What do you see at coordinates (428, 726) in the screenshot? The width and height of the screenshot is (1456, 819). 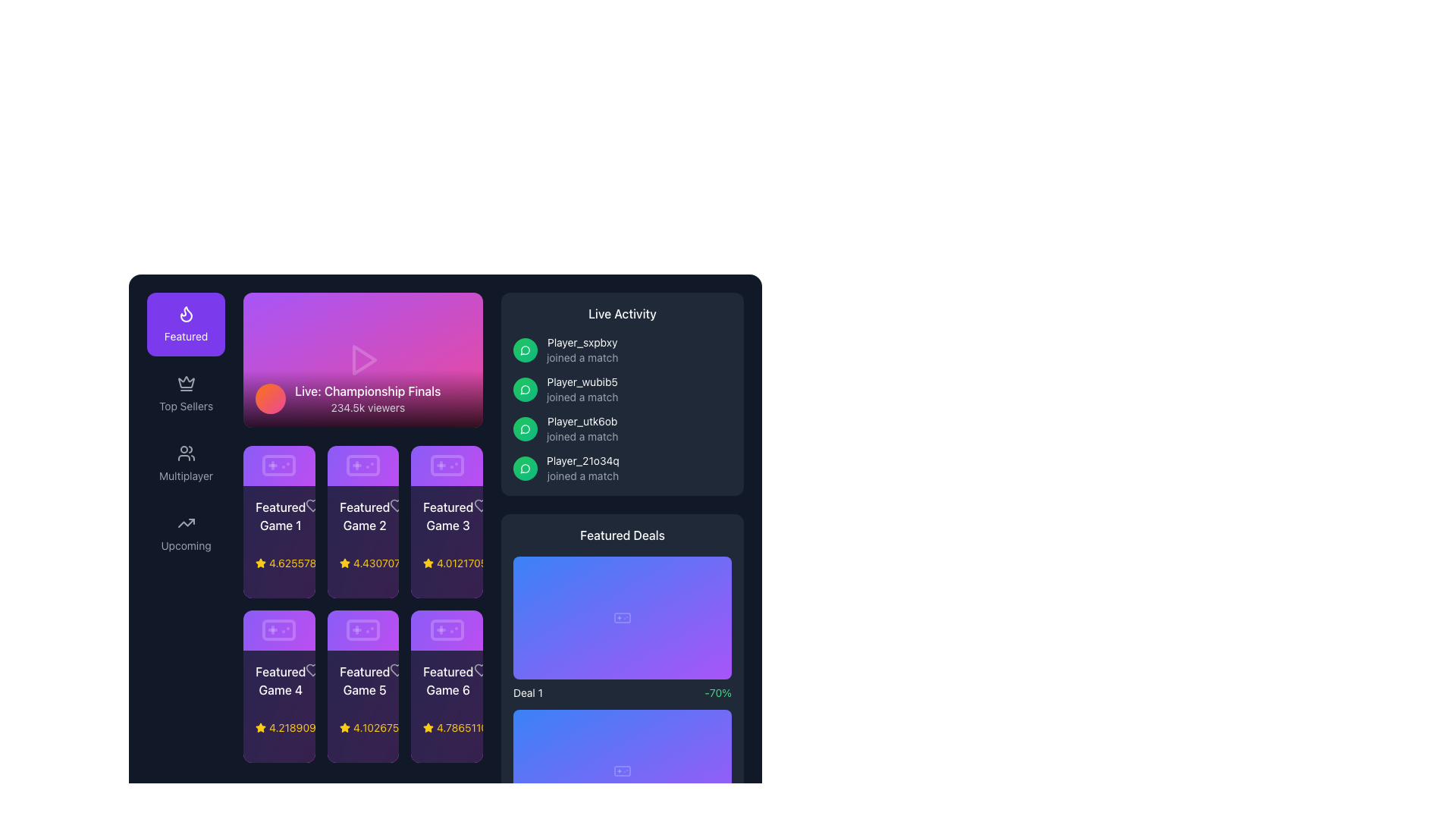 I see `the star-shaped icon filled with yellow color, located in the bottom row of the grid under 'Featured Game 6'` at bounding box center [428, 726].